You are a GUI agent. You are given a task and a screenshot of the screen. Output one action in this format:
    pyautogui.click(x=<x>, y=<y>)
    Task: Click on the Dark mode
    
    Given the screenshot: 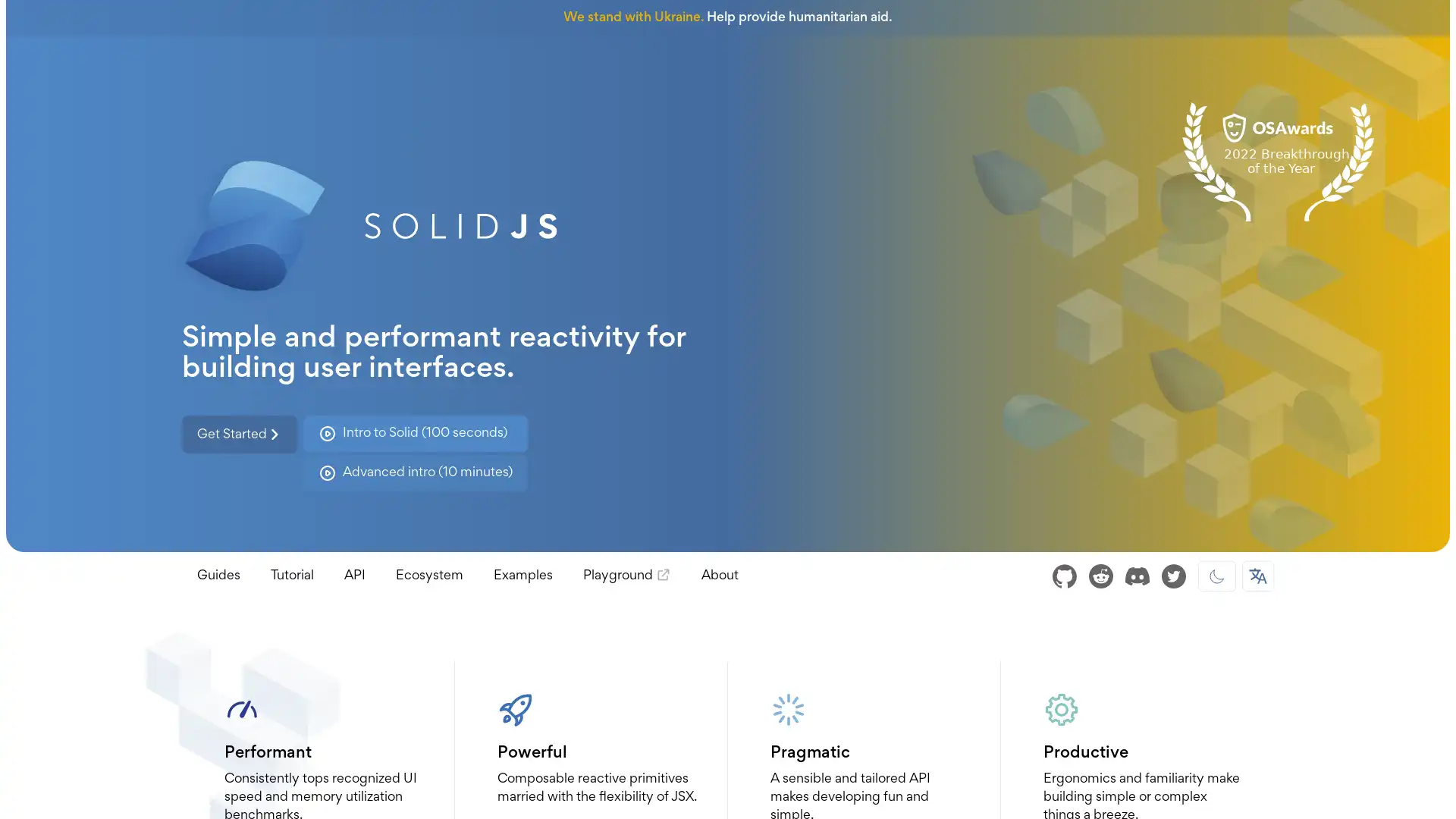 What is the action you would take?
    pyautogui.click(x=1216, y=576)
    